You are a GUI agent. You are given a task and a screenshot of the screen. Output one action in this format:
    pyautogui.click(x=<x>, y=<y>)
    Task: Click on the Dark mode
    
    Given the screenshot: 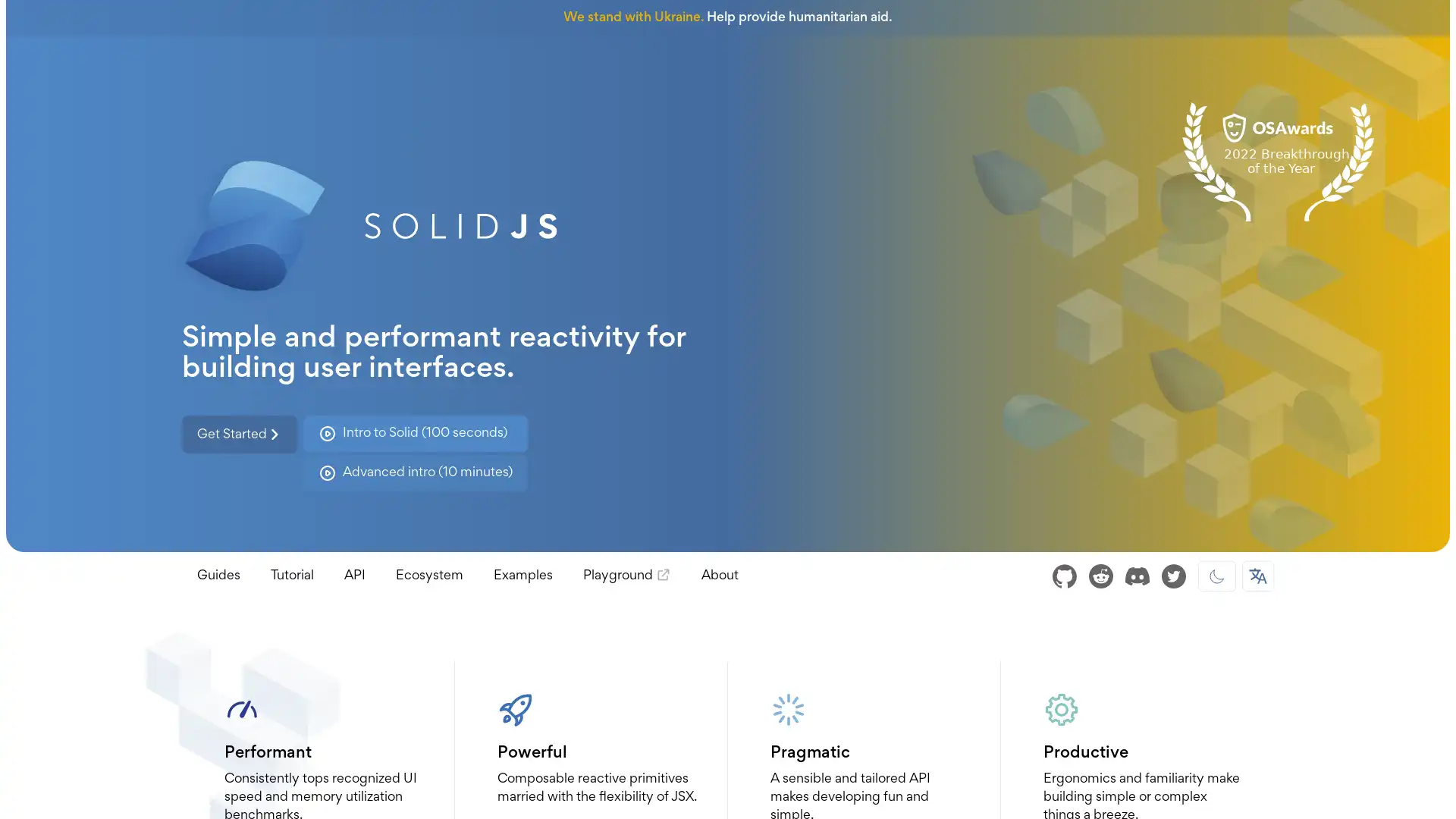 What is the action you would take?
    pyautogui.click(x=1216, y=576)
    